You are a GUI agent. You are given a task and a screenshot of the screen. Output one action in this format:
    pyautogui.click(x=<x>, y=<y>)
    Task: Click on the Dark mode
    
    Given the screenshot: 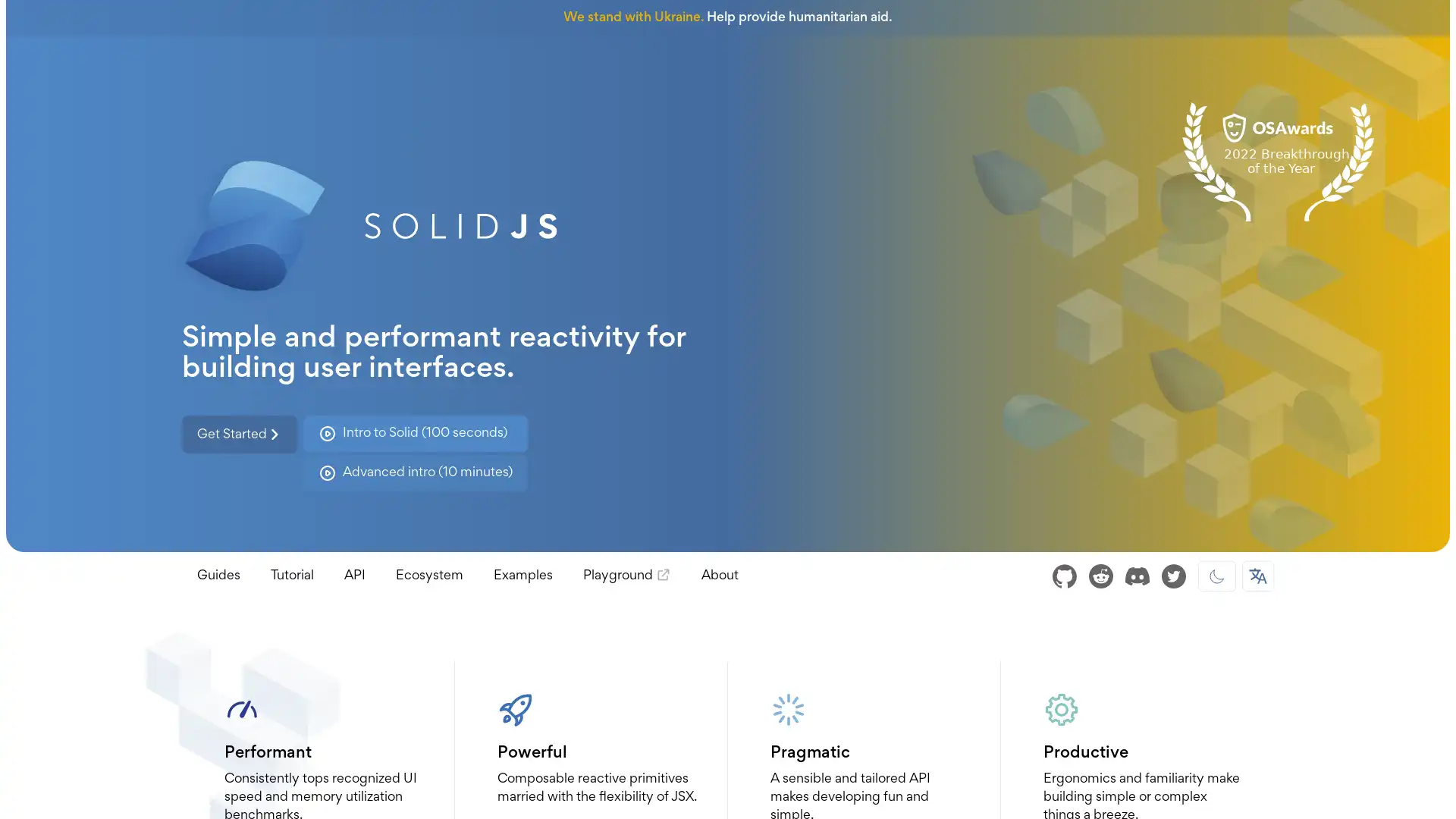 What is the action you would take?
    pyautogui.click(x=1216, y=576)
    